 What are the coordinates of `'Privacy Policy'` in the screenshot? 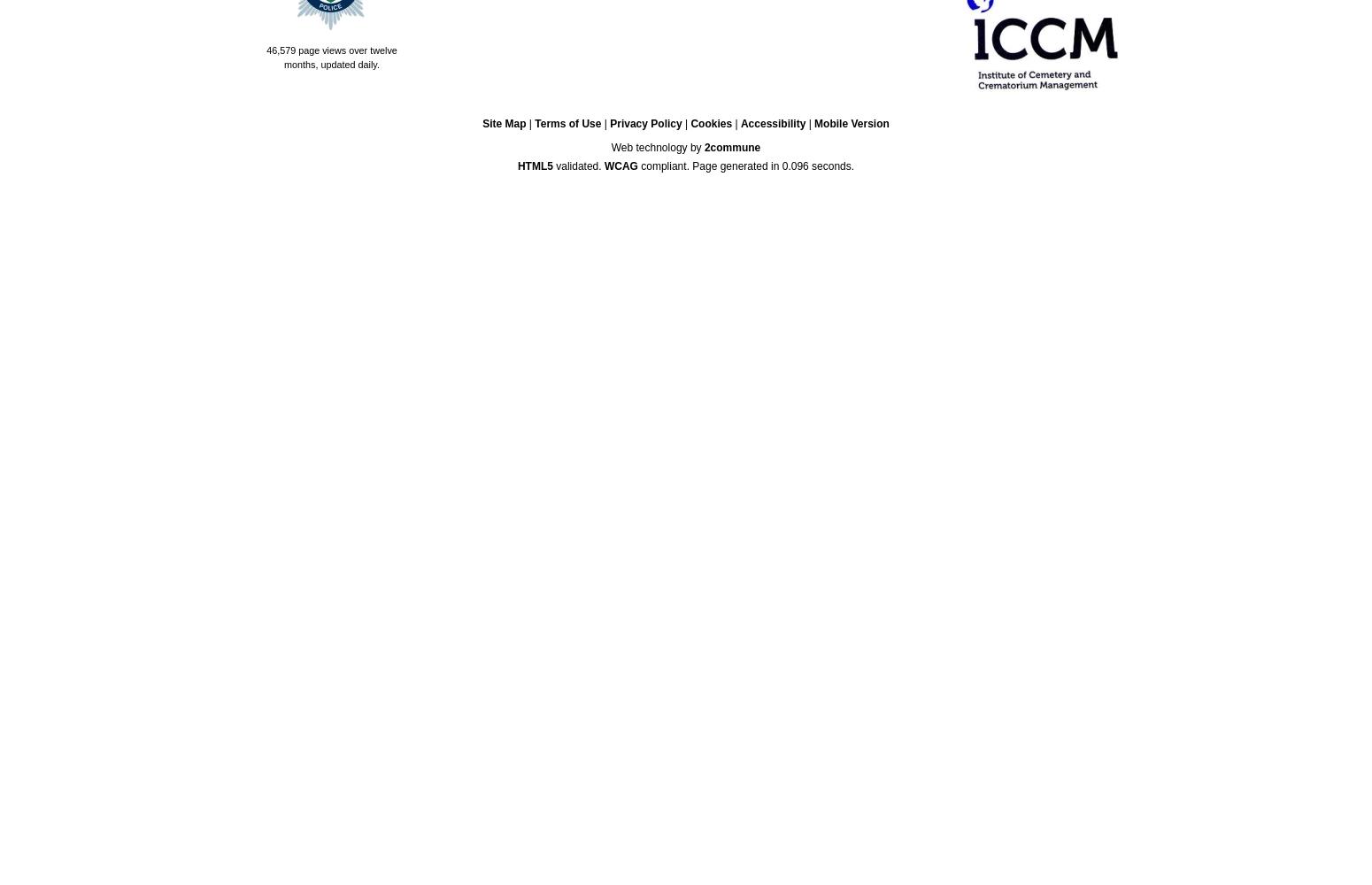 It's located at (645, 123).